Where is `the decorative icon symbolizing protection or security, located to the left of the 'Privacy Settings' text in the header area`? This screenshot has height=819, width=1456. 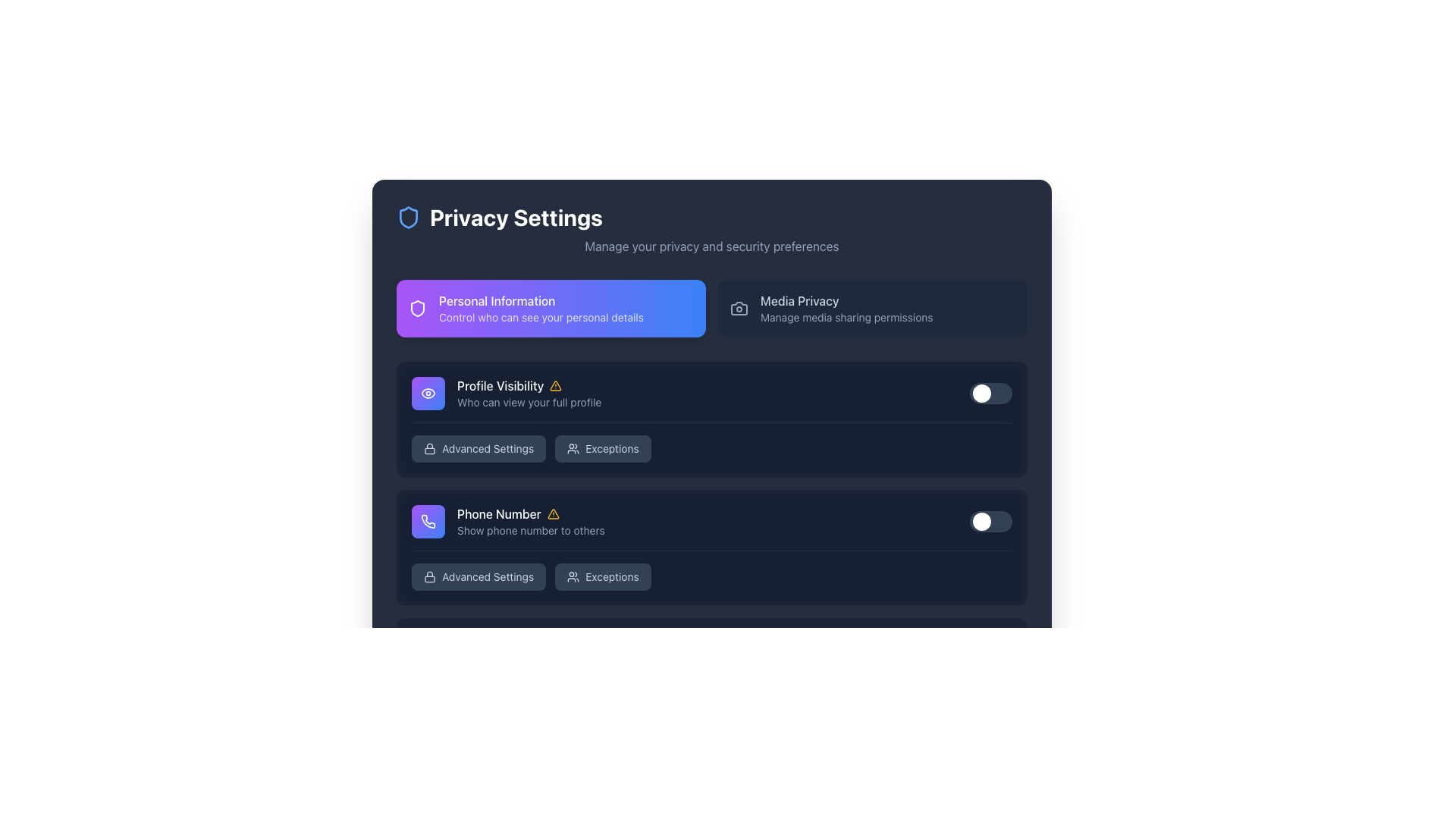
the decorative icon symbolizing protection or security, located to the left of the 'Privacy Settings' text in the header area is located at coordinates (408, 217).